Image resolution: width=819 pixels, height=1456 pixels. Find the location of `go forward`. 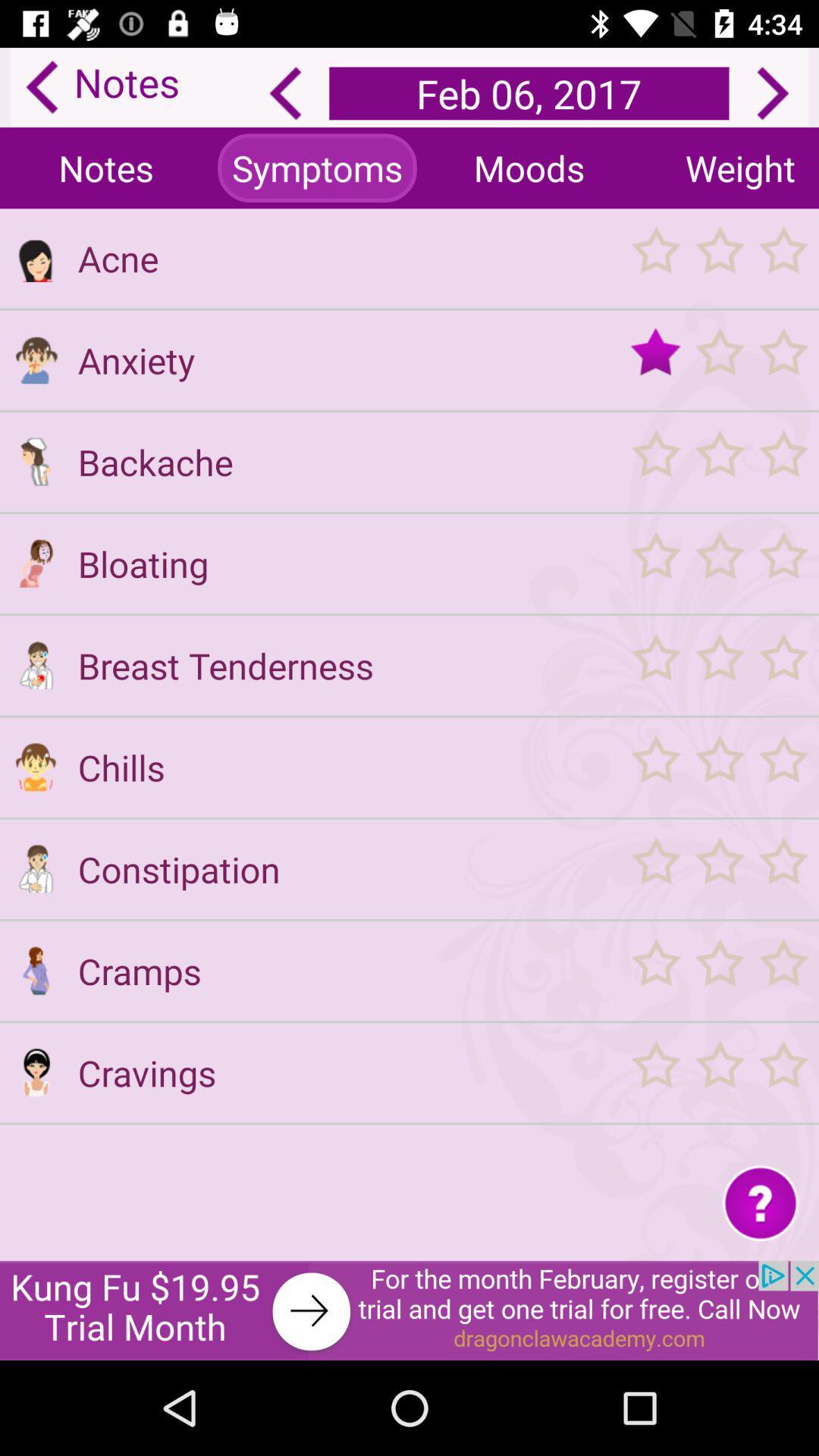

go forward is located at coordinates (773, 93).